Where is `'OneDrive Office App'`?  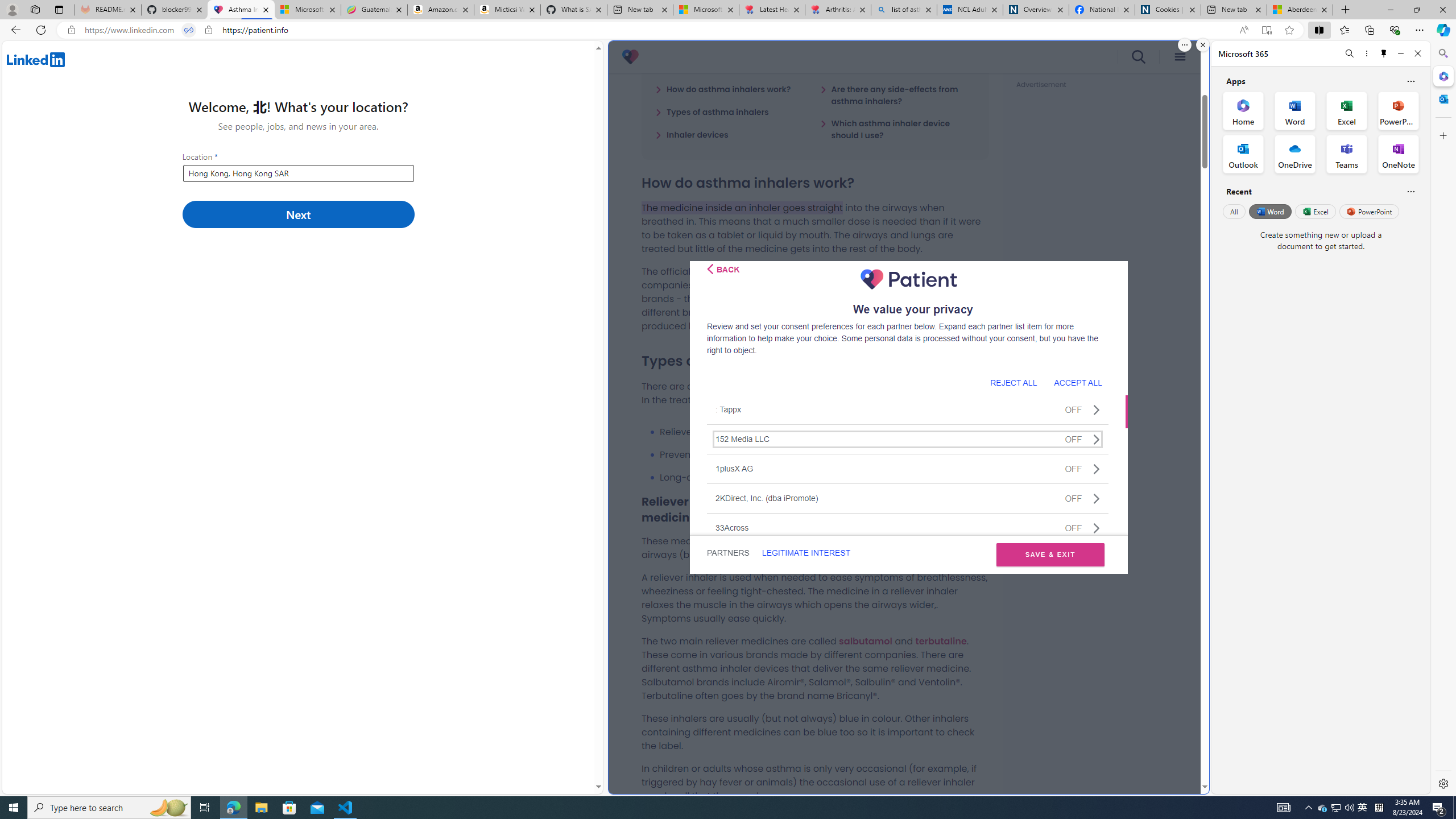
'OneDrive Office App' is located at coordinates (1294, 154).